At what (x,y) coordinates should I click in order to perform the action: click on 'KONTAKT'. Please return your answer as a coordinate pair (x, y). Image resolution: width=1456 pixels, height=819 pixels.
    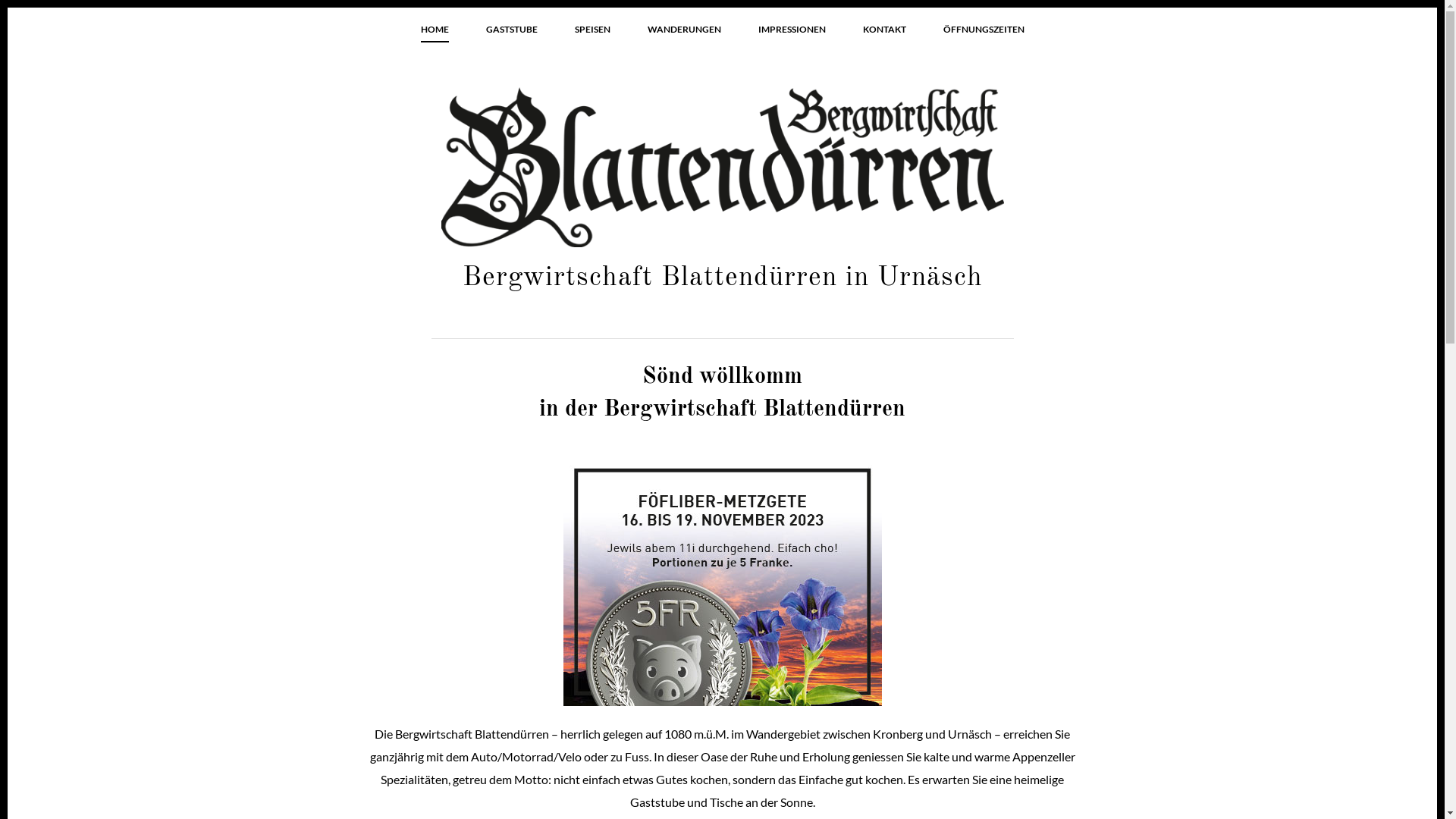
    Looking at the image, I should click on (883, 29).